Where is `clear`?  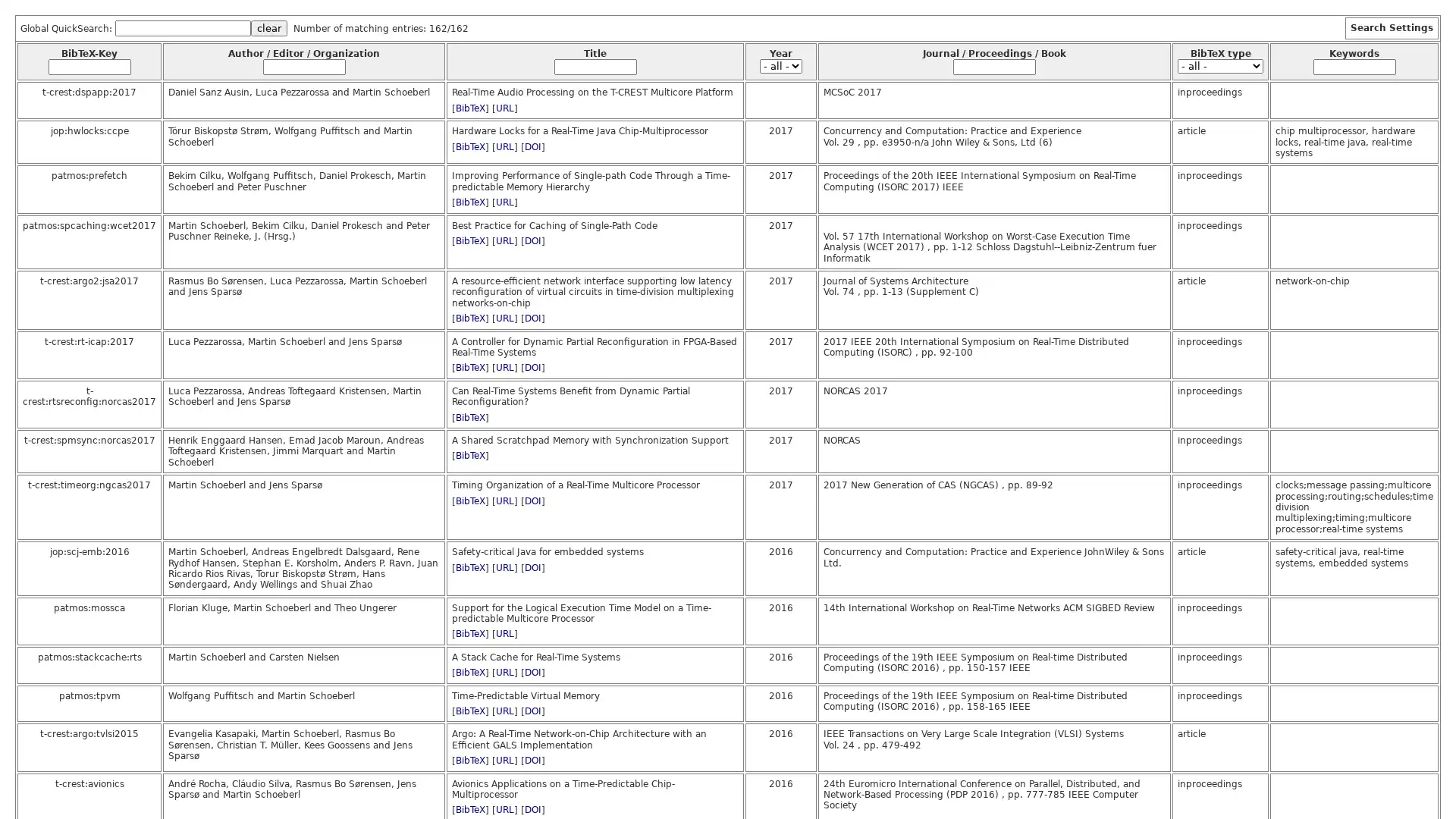
clear is located at coordinates (269, 28).